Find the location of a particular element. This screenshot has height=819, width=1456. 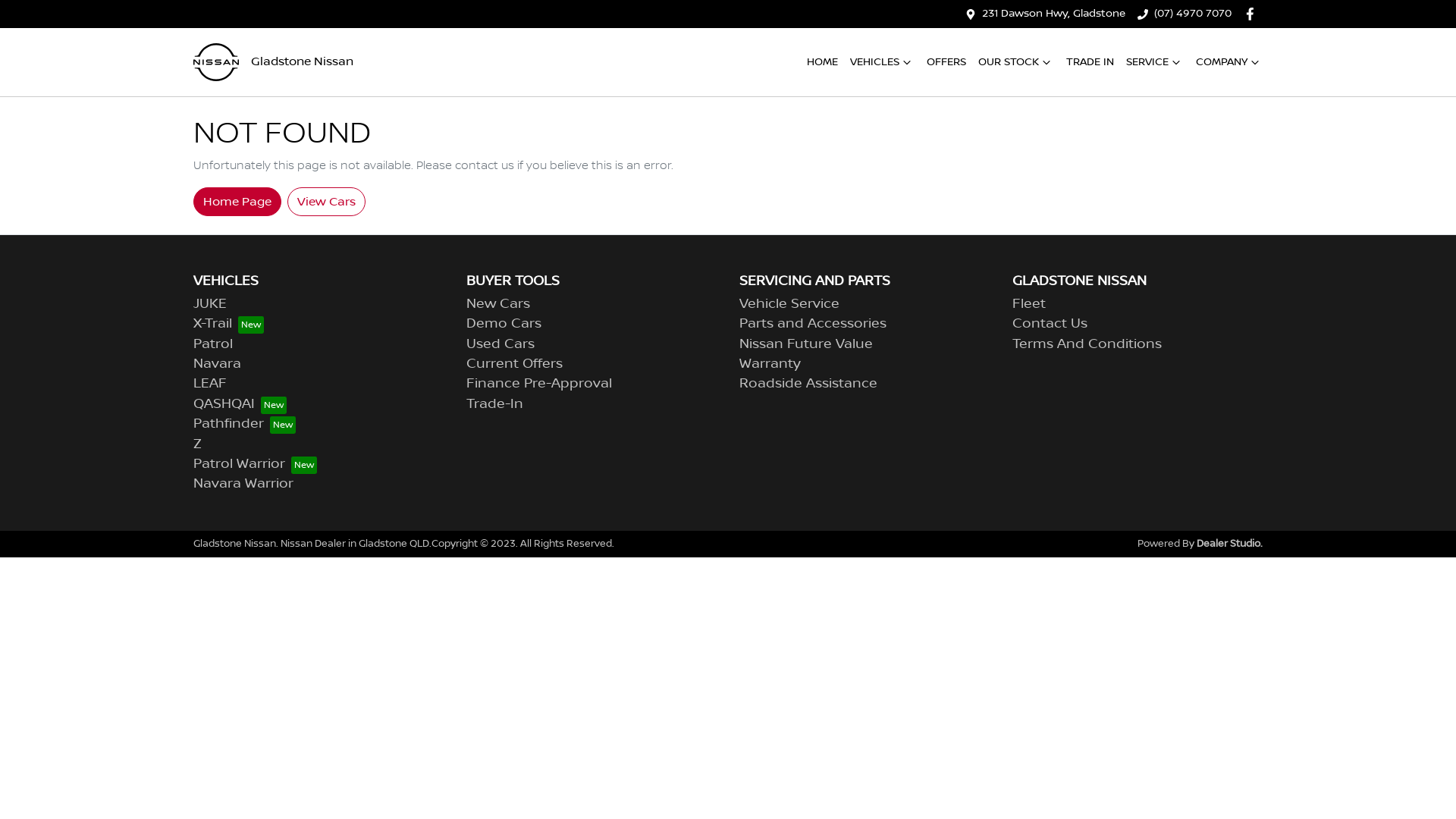

'QASHQAI' is located at coordinates (239, 403).